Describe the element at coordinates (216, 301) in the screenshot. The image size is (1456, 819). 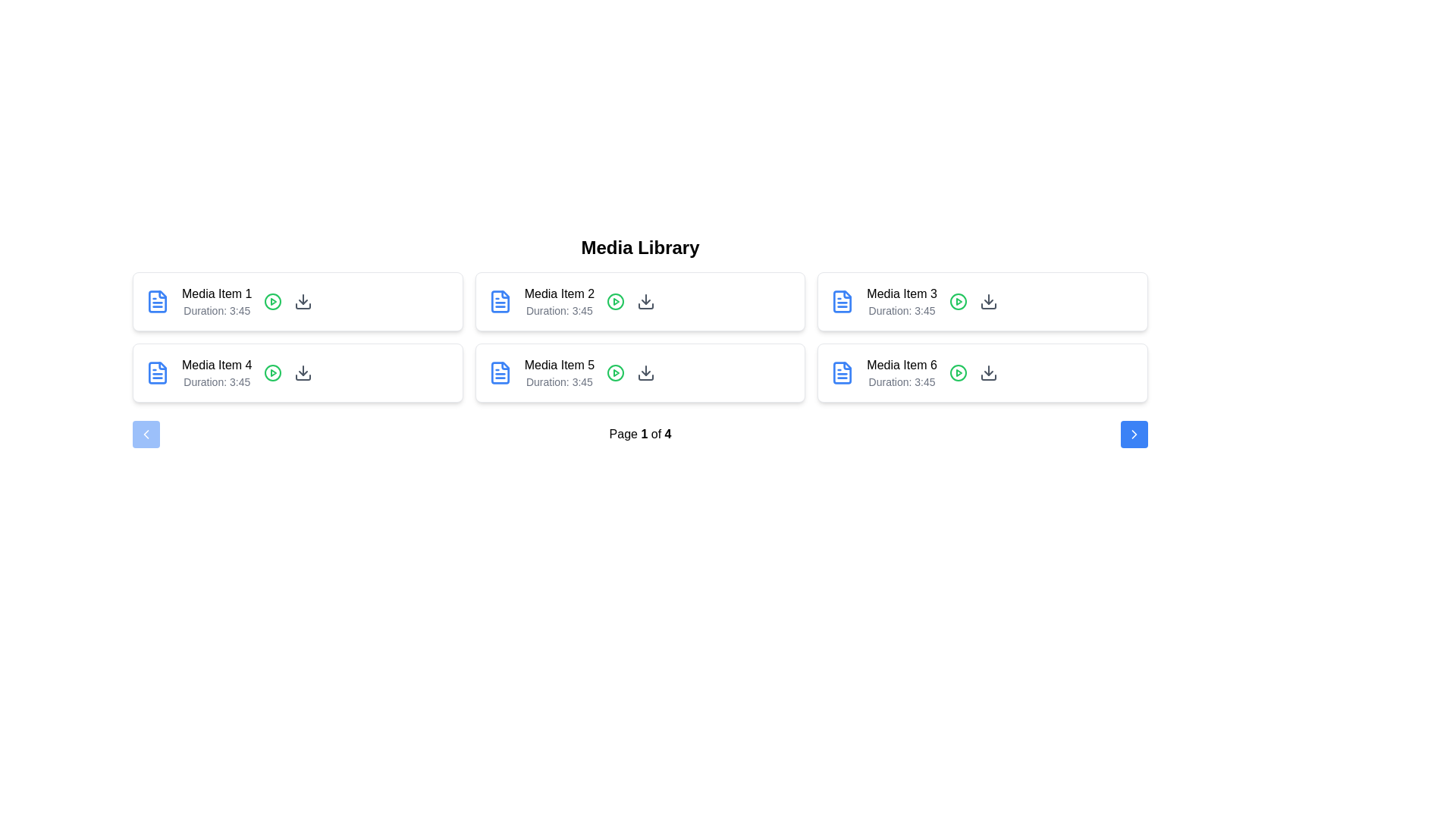
I see `the text label displaying 'Media Item 1' with the duration 'Duration: 3:45', located in the first card of the media library section` at that location.